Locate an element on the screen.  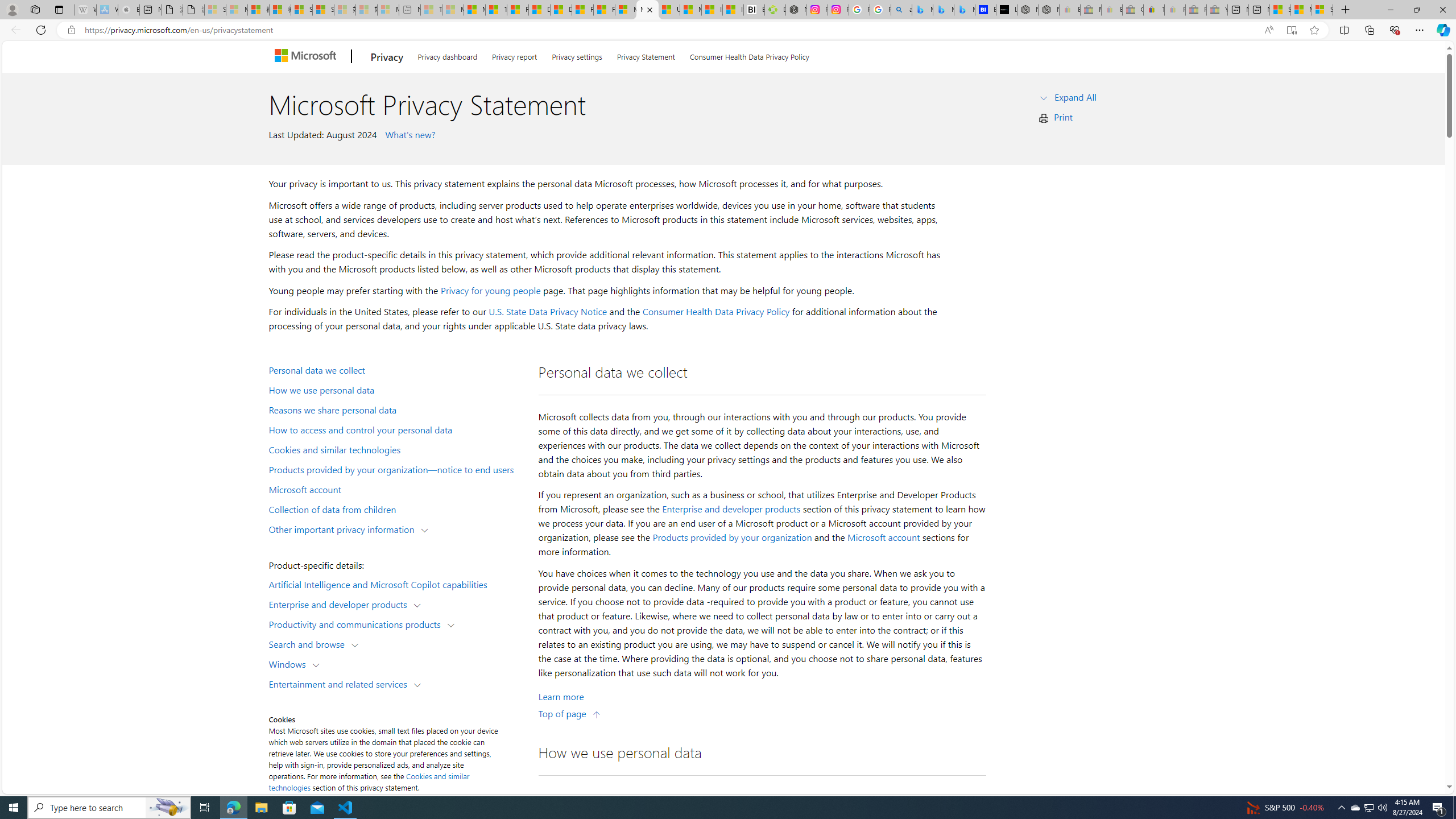
'Microsoft' is located at coordinates (307, 56).